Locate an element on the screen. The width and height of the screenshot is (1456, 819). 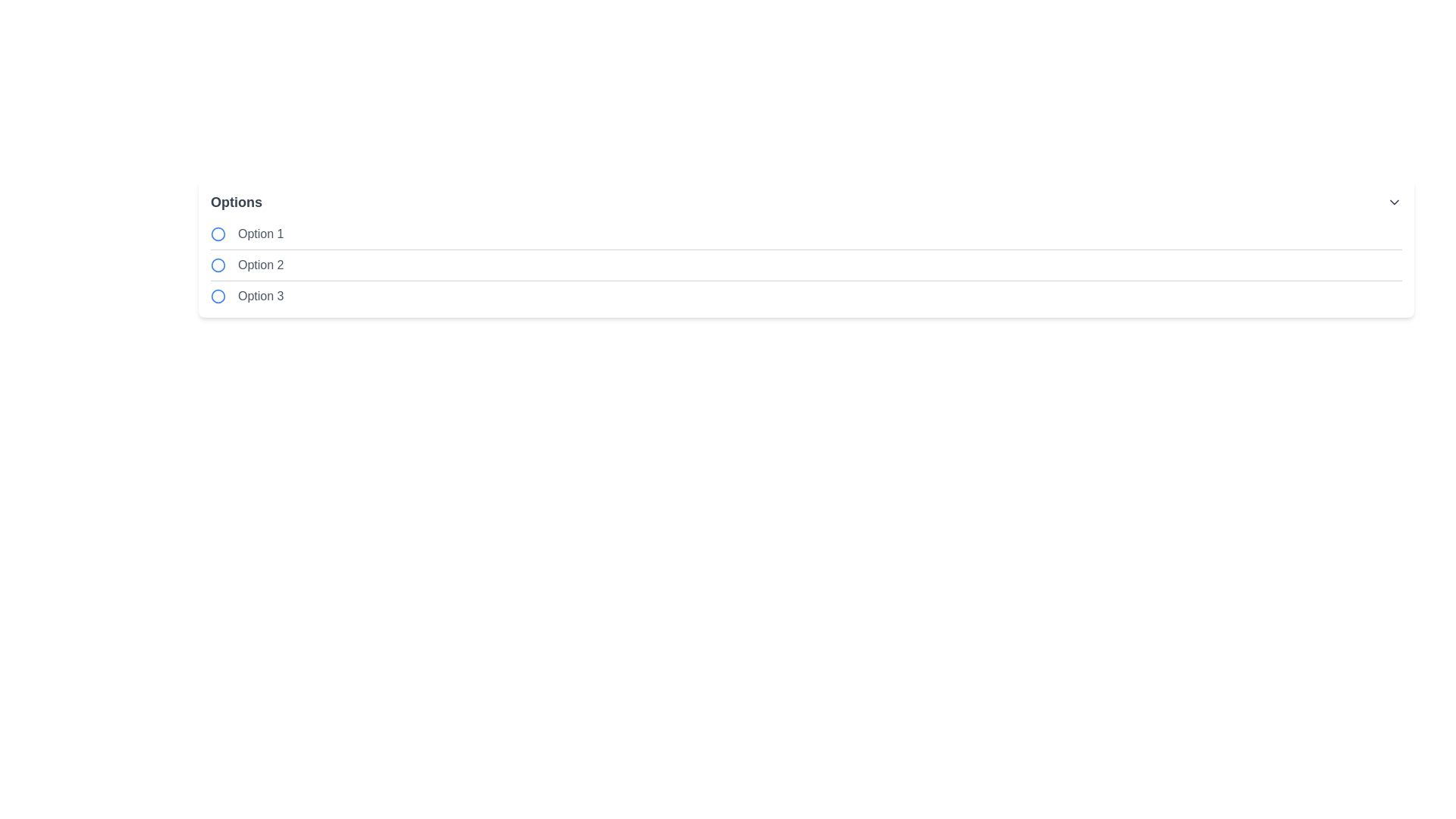
text displayed in the third textual label, which shows 'Option 3' and is associated with a blue circular icon is located at coordinates (261, 296).